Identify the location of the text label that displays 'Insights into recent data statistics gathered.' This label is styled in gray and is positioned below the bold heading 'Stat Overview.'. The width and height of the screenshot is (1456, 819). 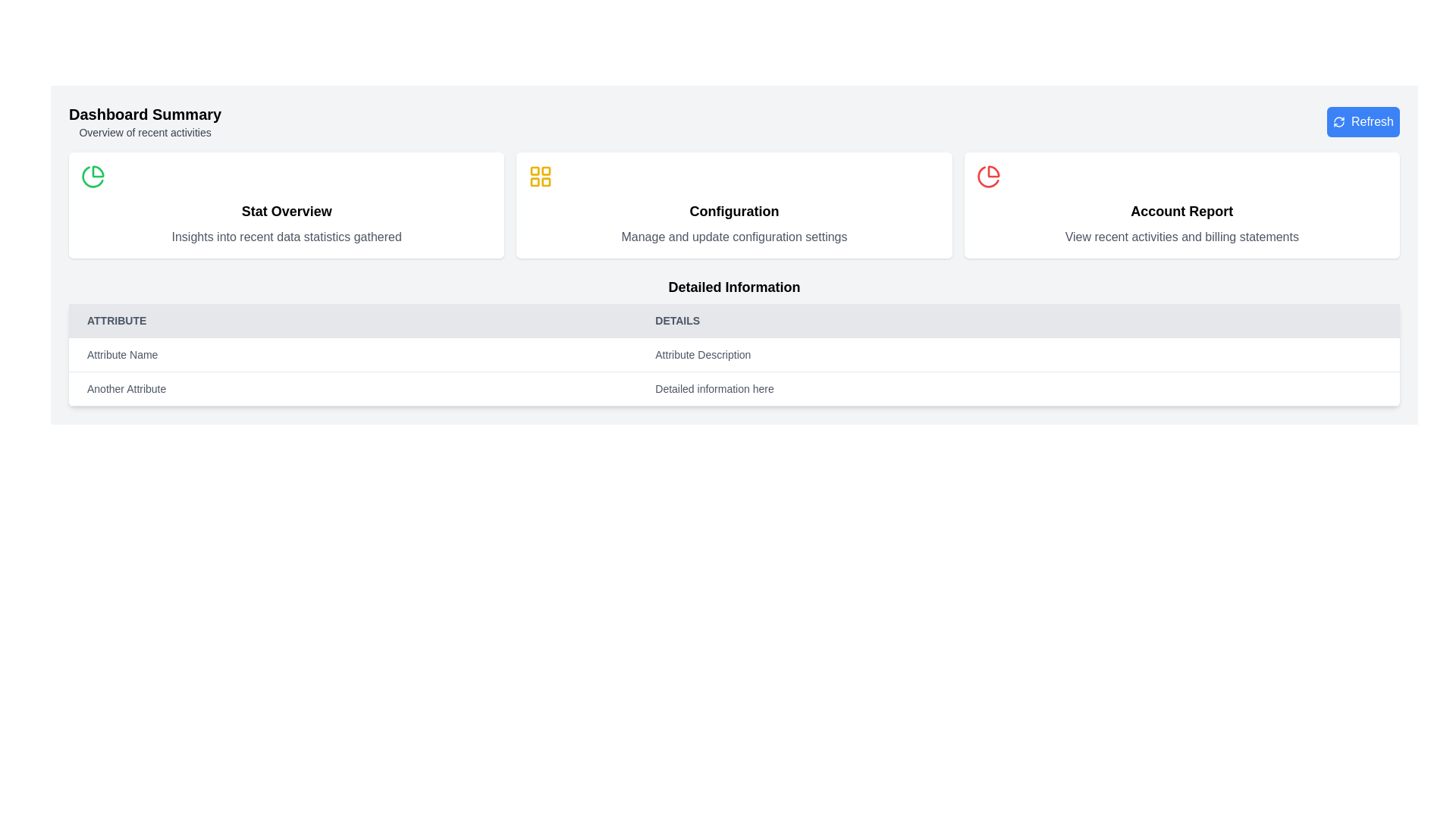
(287, 237).